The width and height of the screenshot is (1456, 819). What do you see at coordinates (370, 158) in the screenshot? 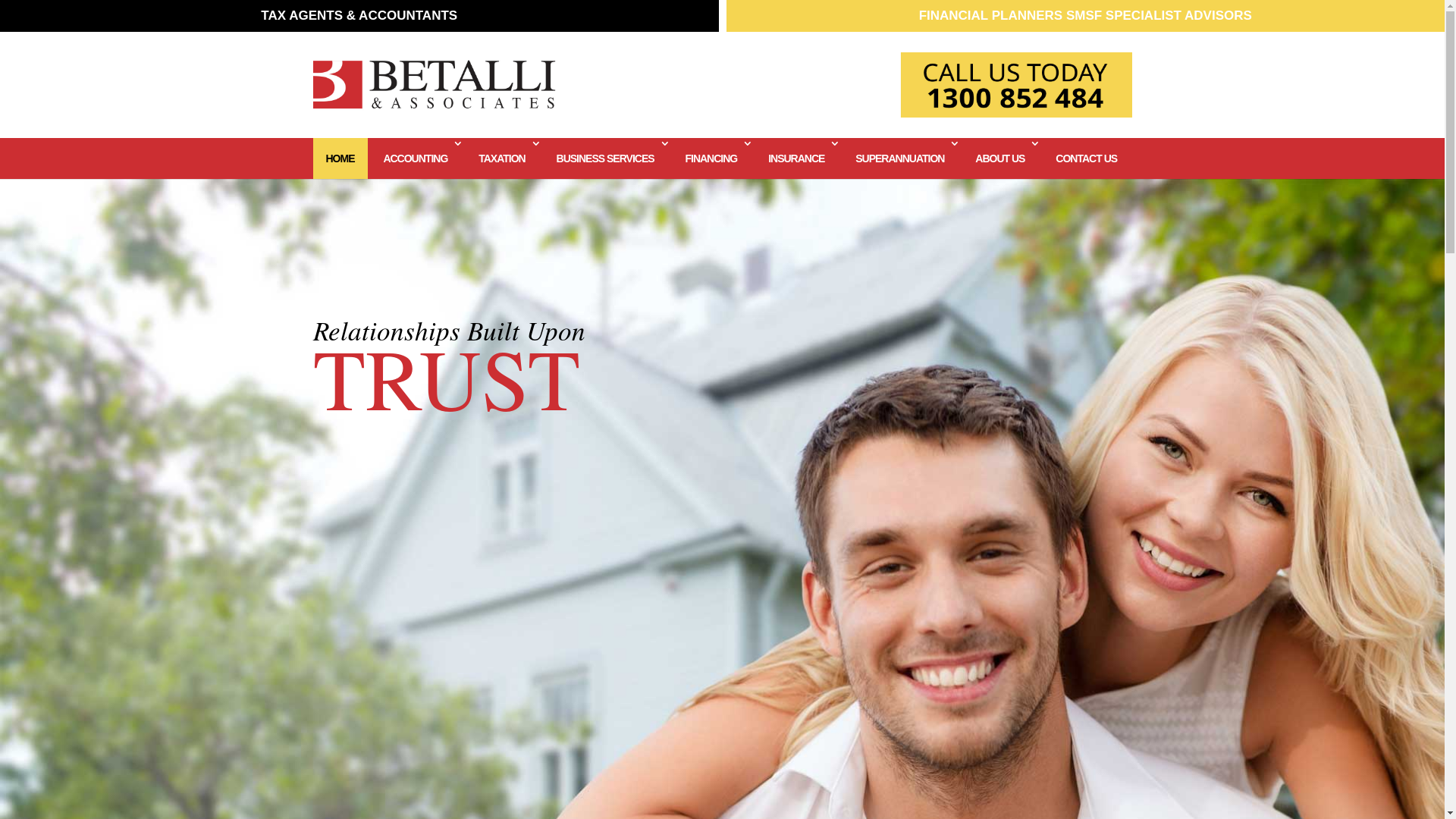
I see `'ACCOUNTING'` at bounding box center [370, 158].